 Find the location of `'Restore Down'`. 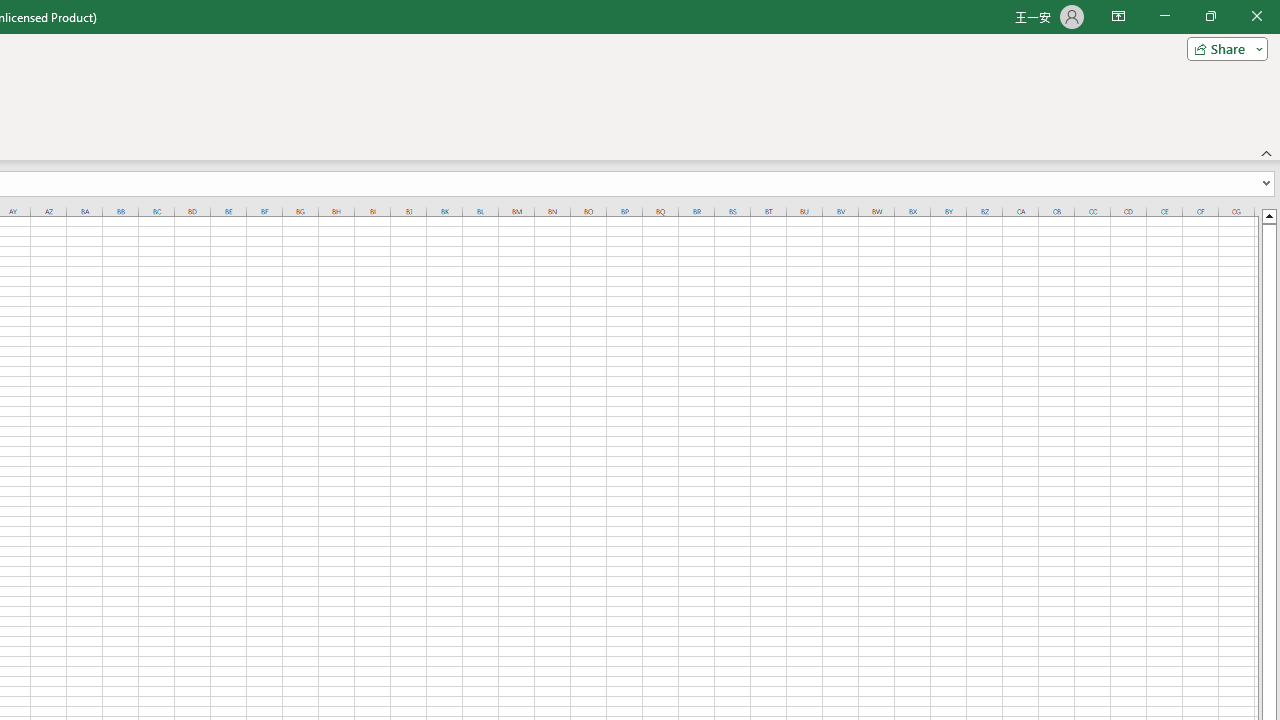

'Restore Down' is located at coordinates (1209, 16).